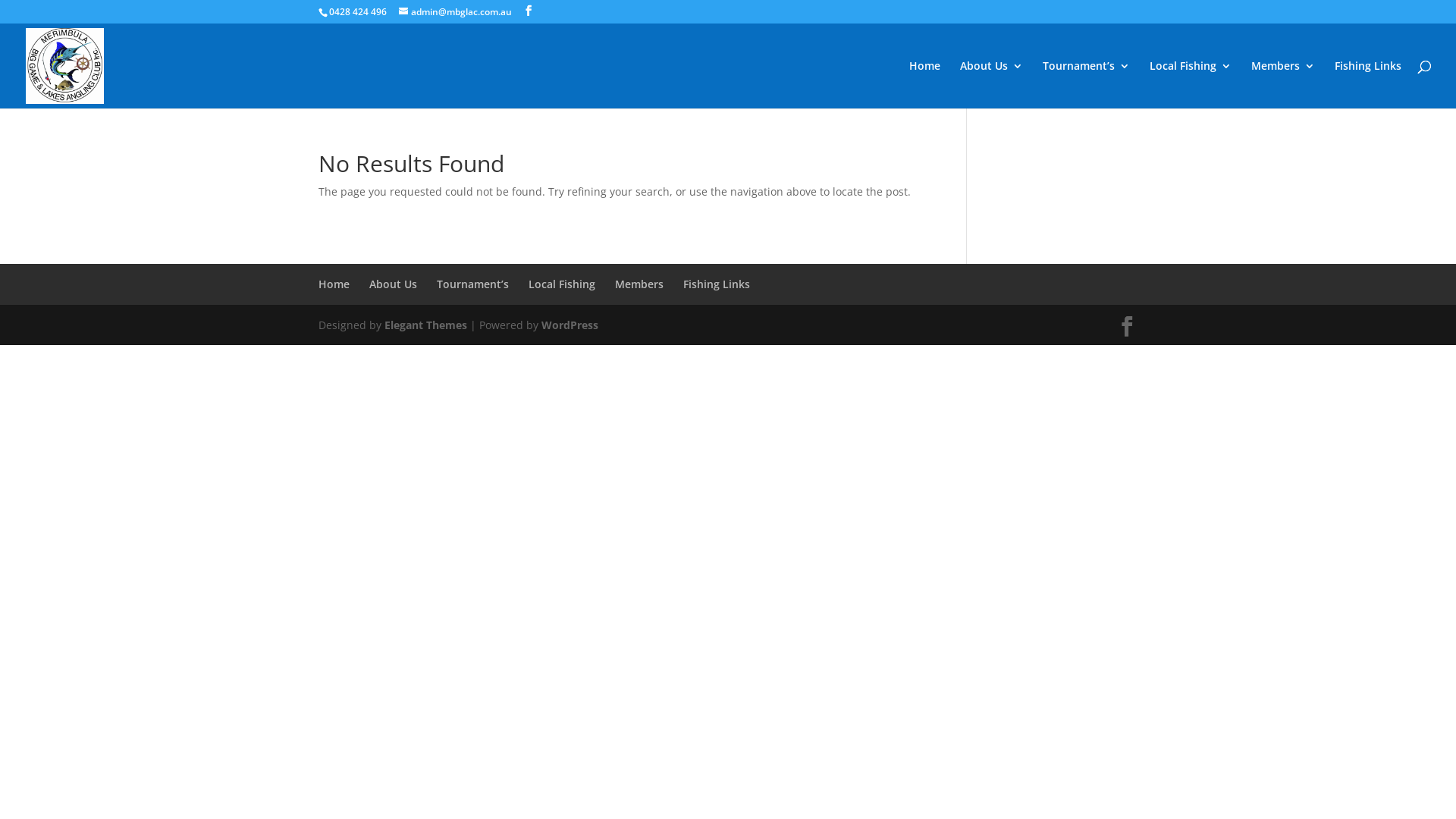 The image size is (1456, 819). Describe the element at coordinates (425, 324) in the screenshot. I see `'Elegant Themes'` at that location.